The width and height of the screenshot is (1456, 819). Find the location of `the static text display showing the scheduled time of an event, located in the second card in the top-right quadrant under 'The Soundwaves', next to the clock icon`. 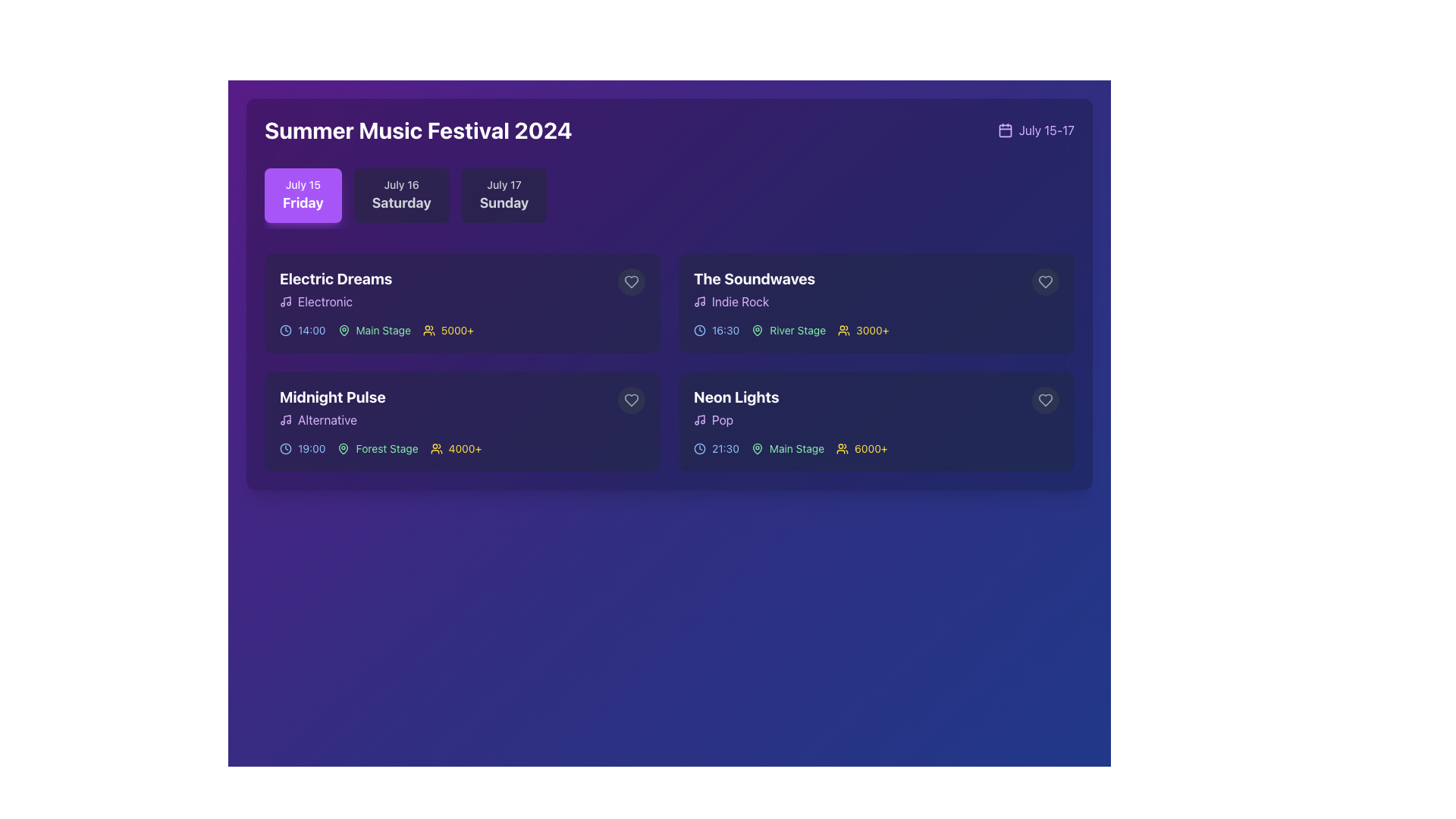

the static text display showing the scheduled time of an event, located in the second card in the top-right quadrant under 'The Soundwaves', next to the clock icon is located at coordinates (725, 329).